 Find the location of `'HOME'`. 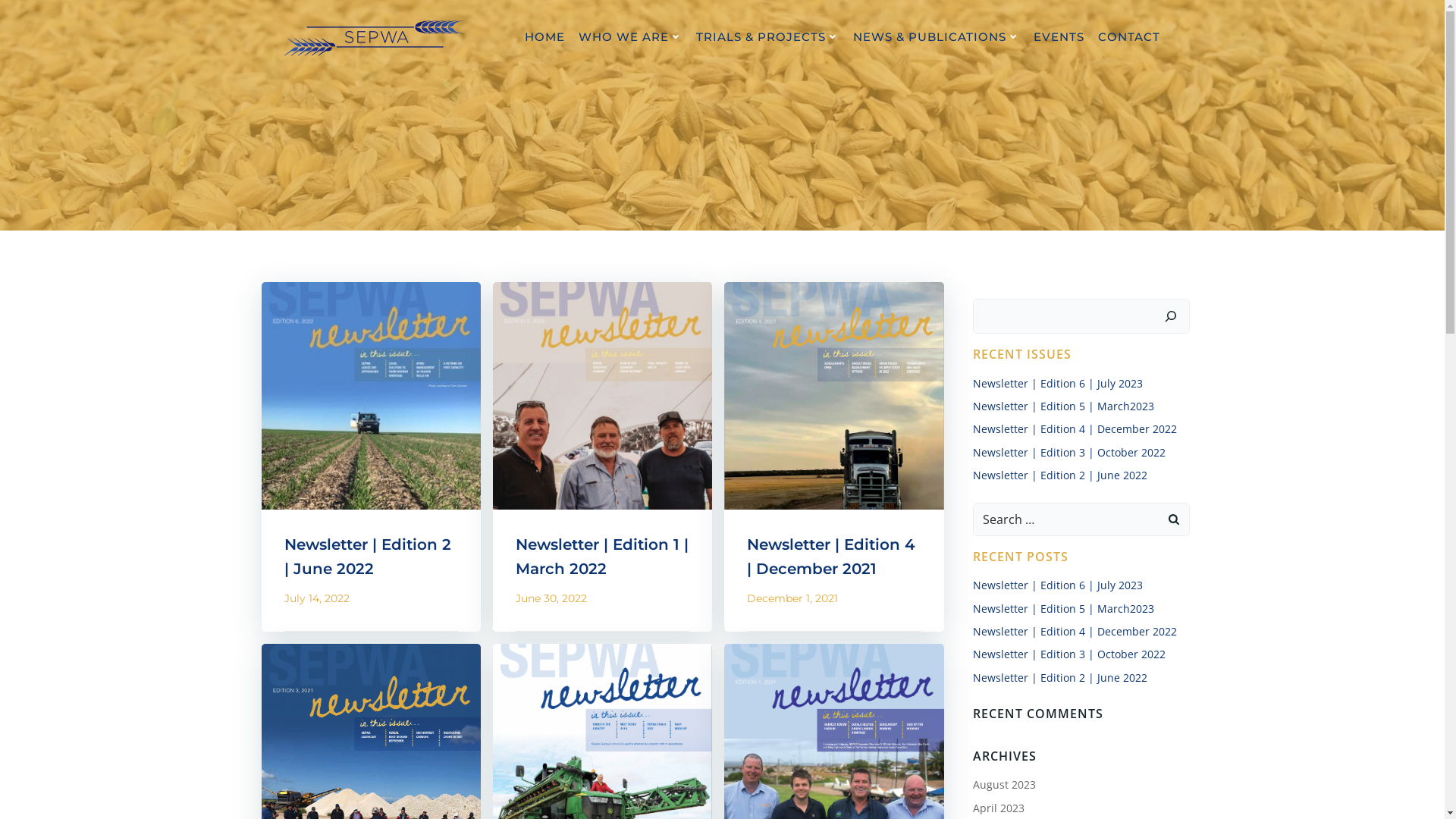

'HOME' is located at coordinates (524, 36).